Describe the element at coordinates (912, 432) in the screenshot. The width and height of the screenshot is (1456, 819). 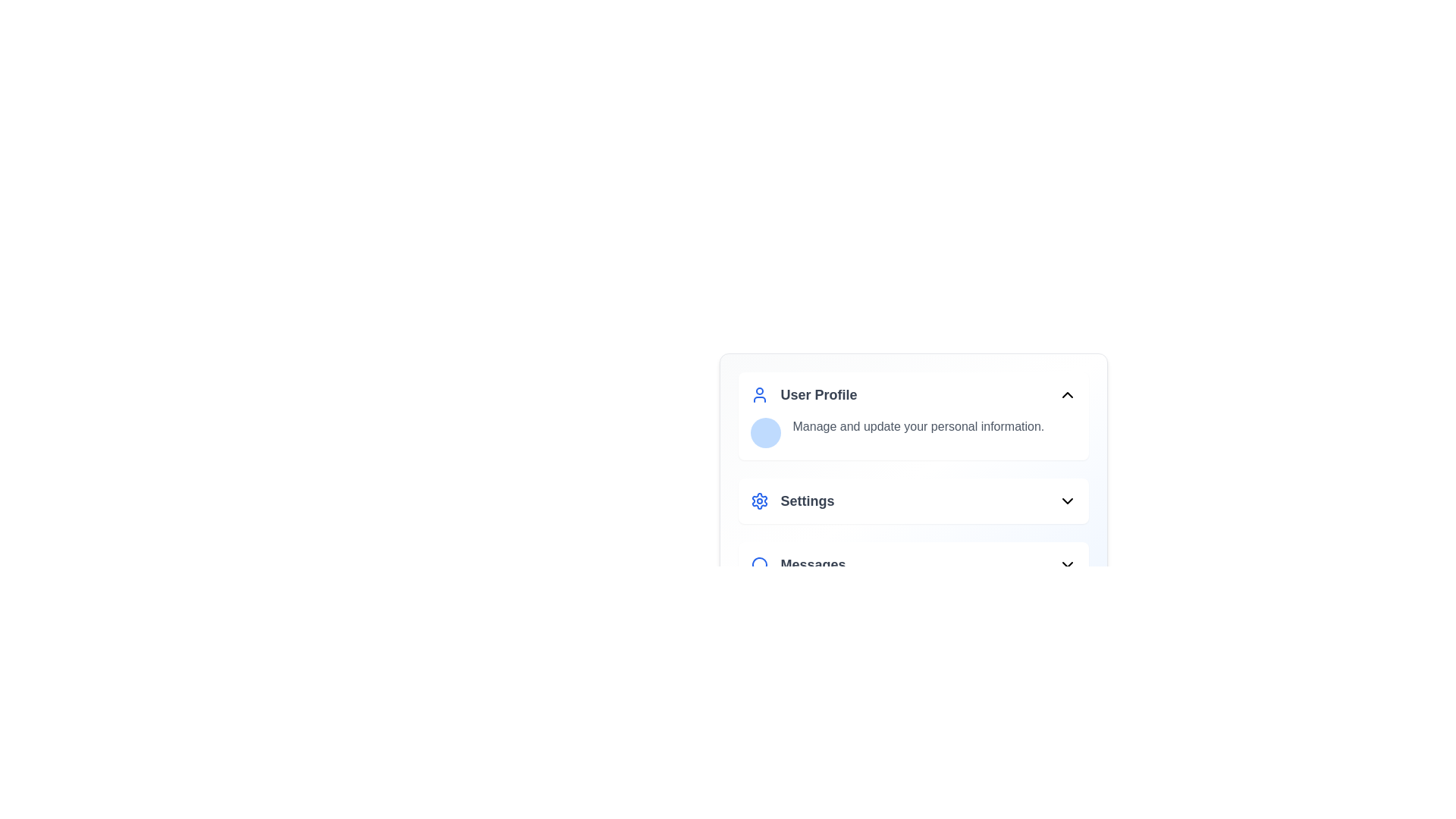
I see `the static text displaying 'Manage and update your personal information' located in the 'User Profile' section, which appears below the section title` at that location.